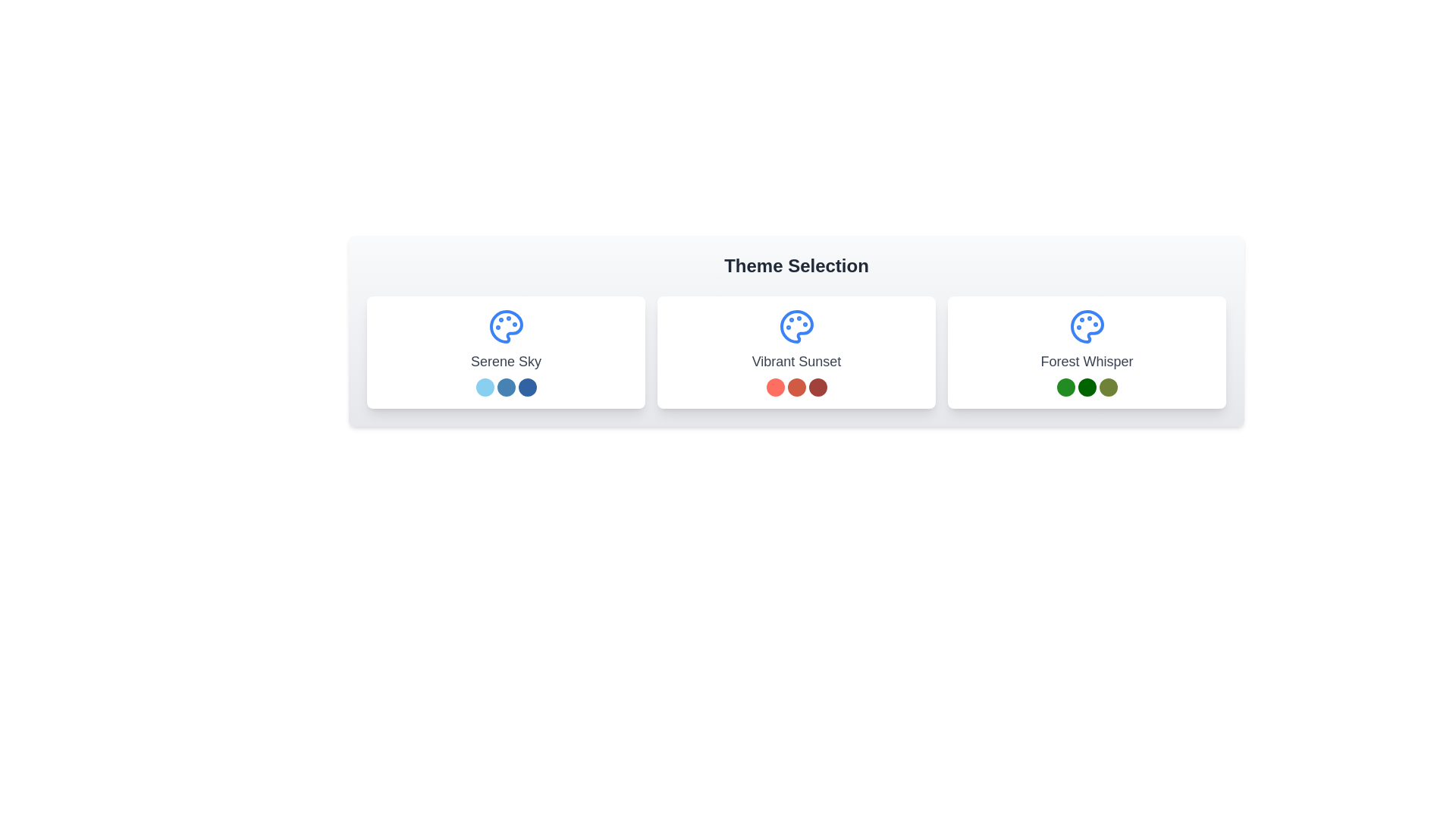  I want to click on the third circular icon representing the selection option for the 'Vibrant Sunset' theme, located at the bottom of the central card labeled 'Vibrant Sunset', so click(817, 386).